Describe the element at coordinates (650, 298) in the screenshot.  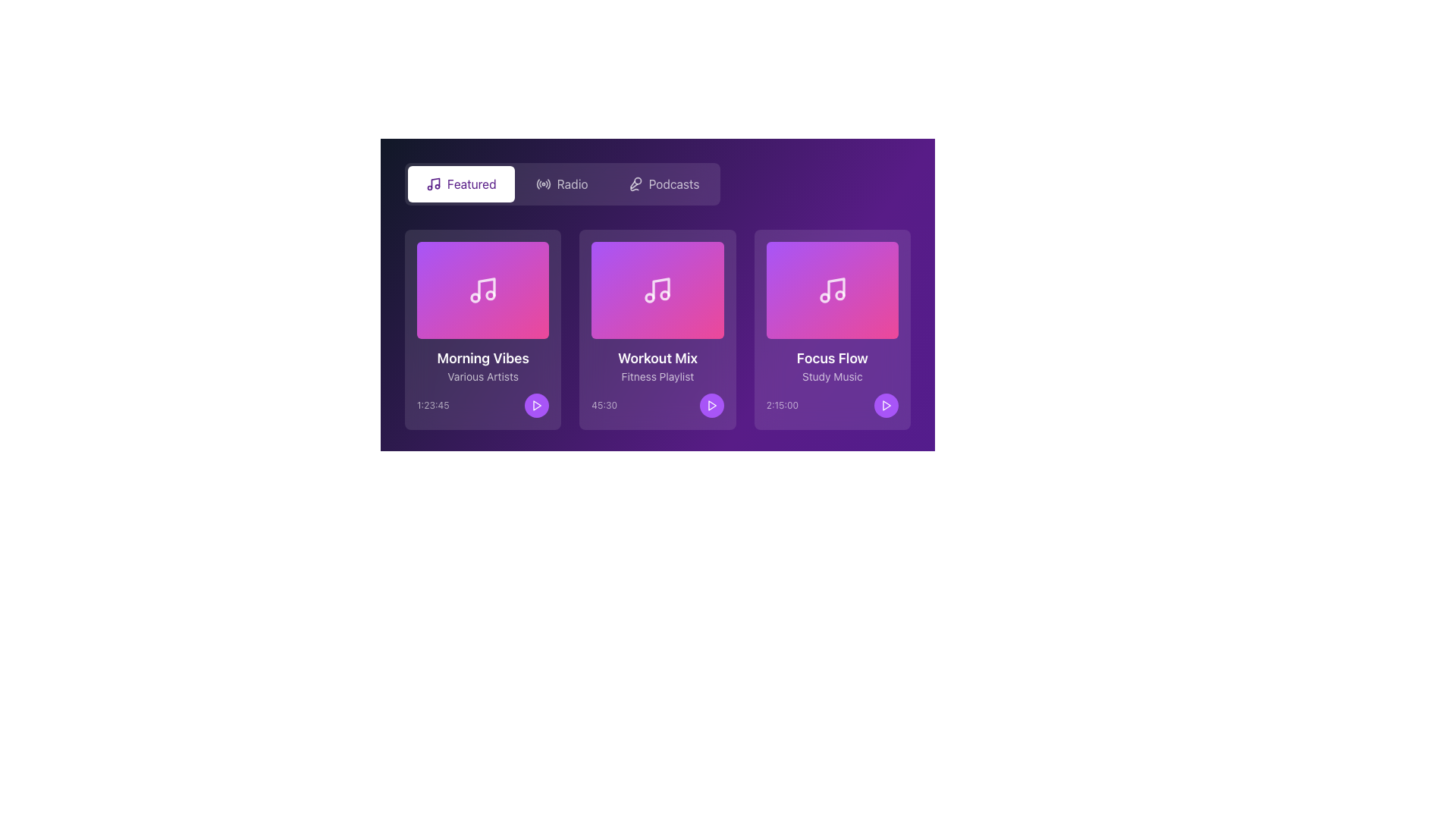
I see `the left circle of the music note icon within the 'Workout Mix' card` at that location.